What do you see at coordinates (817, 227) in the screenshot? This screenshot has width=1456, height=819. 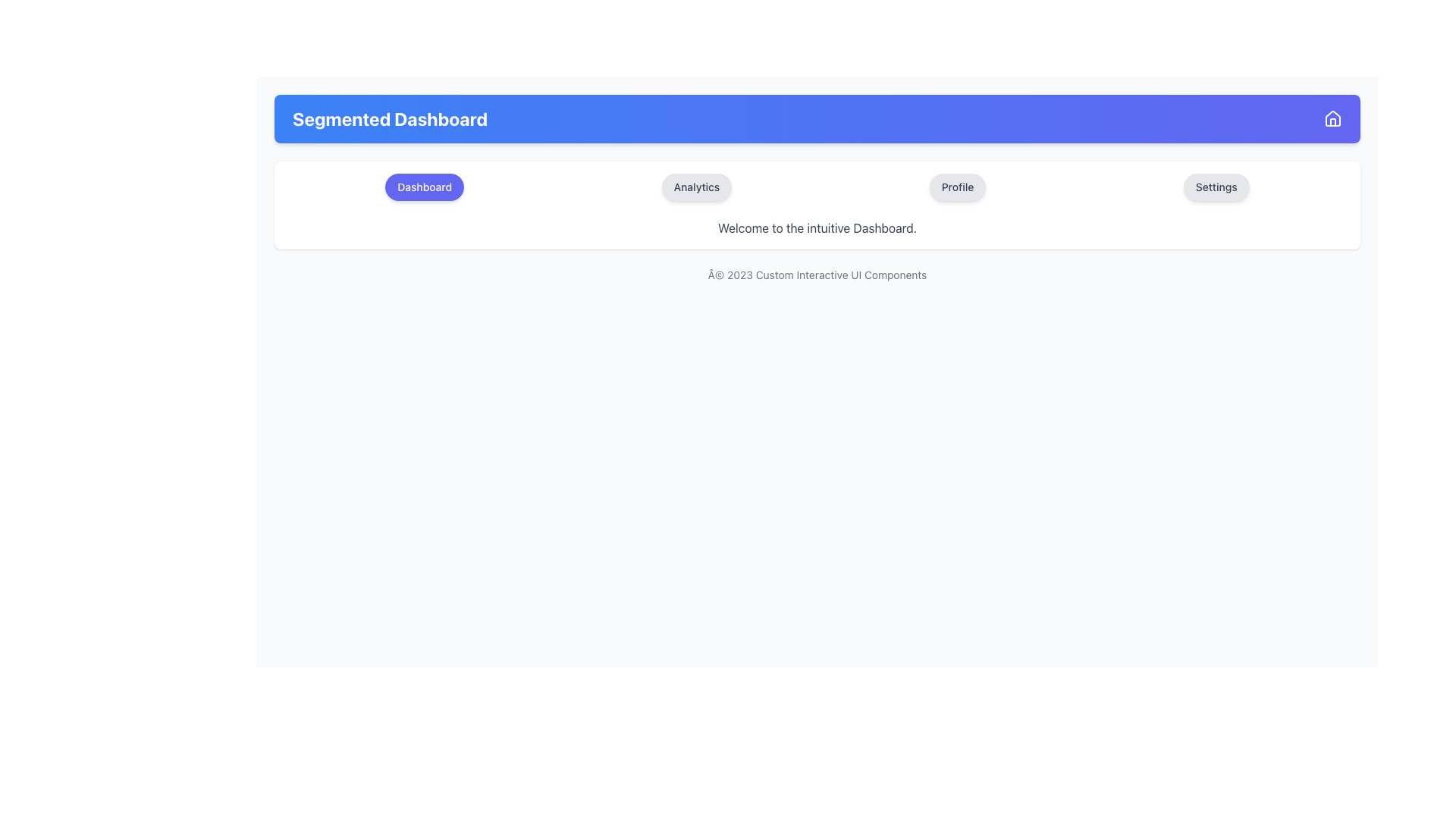 I see `the text element that states 'Welcome to the intuitive Dashboard.' located below the four round buttons labeled 'Dashboard,' 'Analytics,' 'Profile,' and 'Settings.'` at bounding box center [817, 227].